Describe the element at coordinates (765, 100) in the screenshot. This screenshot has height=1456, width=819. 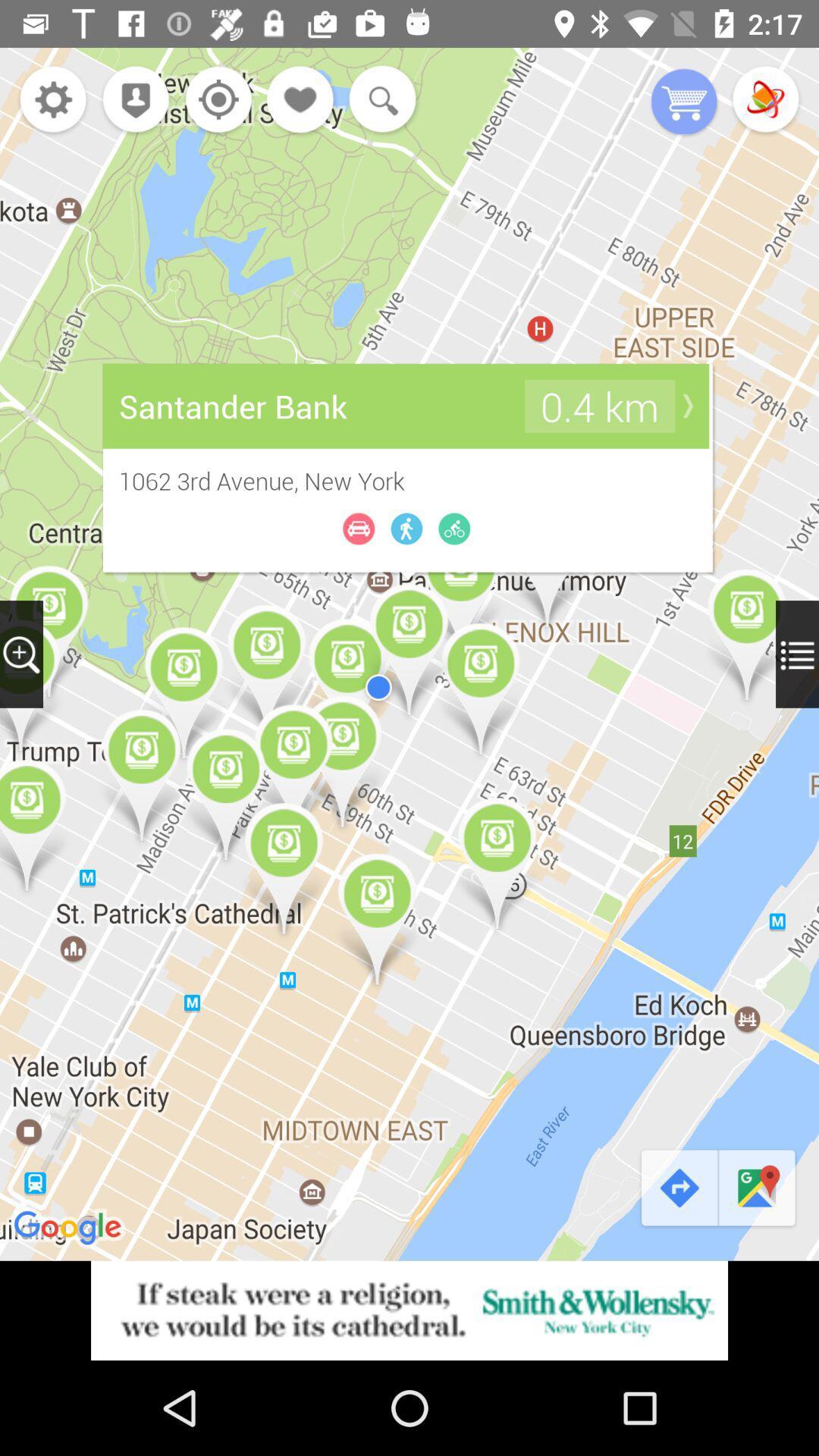
I see `3d toggle` at that location.